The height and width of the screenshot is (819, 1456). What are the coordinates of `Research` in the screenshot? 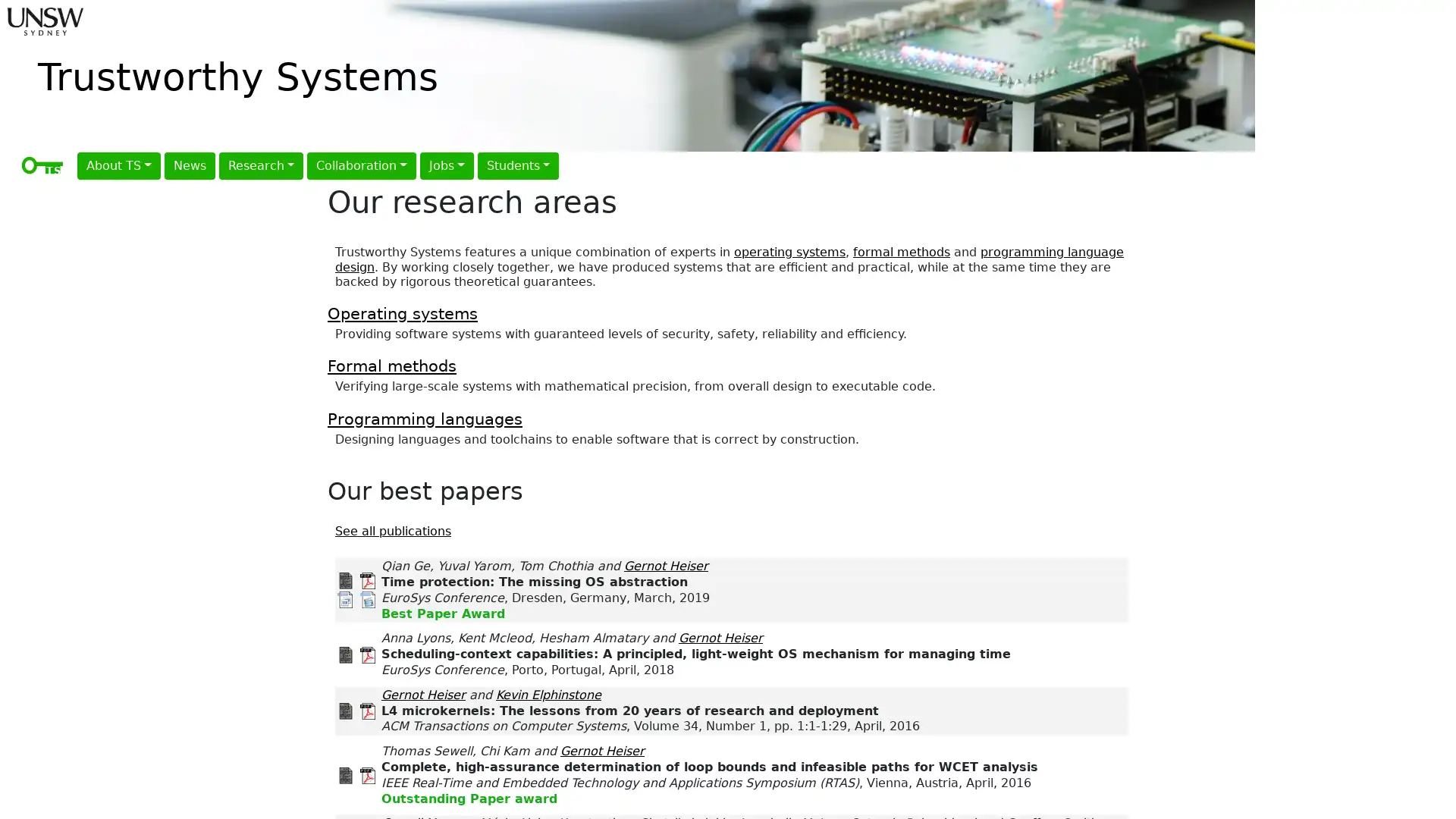 It's located at (261, 165).